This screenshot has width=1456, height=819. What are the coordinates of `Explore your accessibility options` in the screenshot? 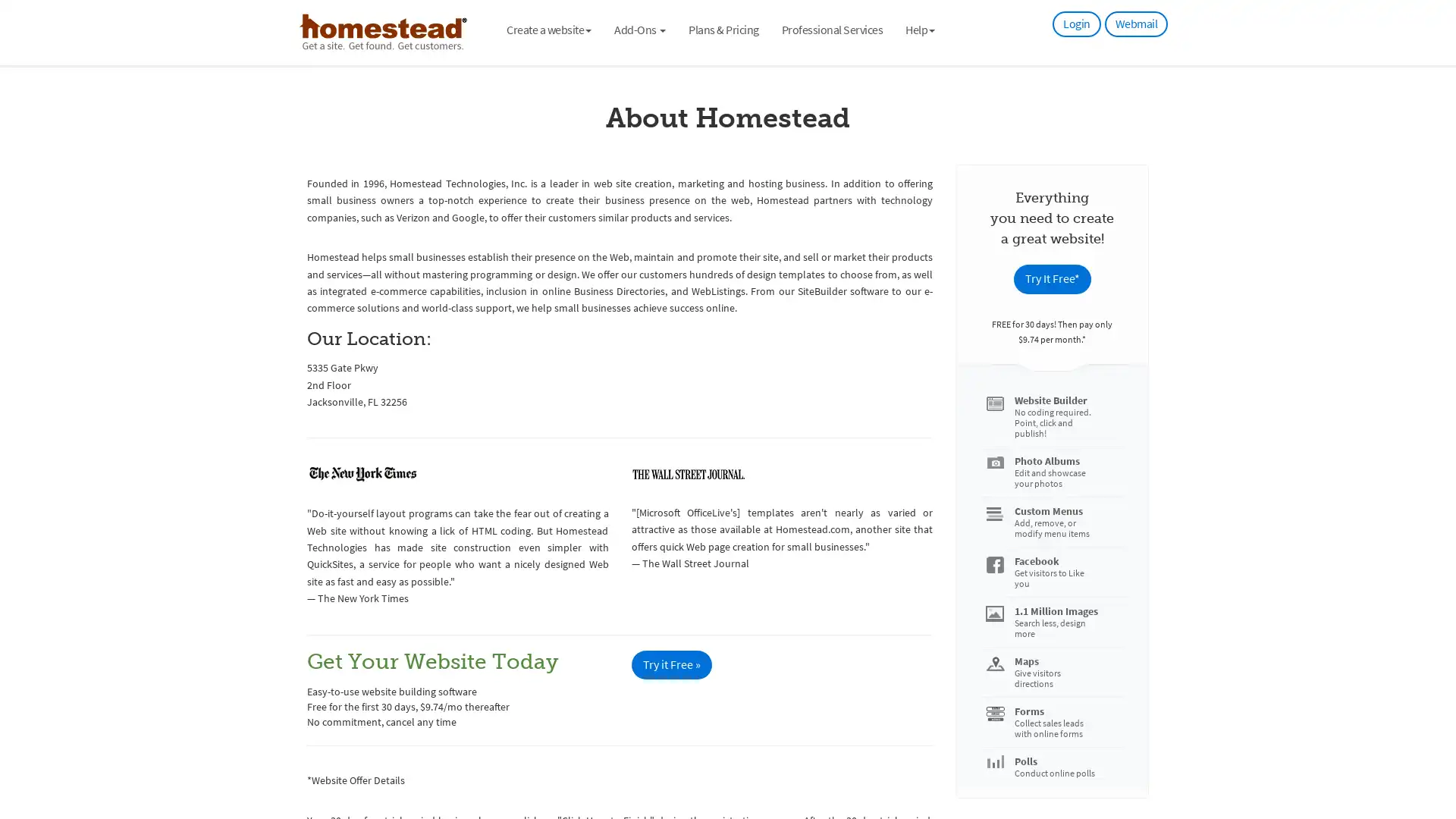 It's located at (1430, 742).